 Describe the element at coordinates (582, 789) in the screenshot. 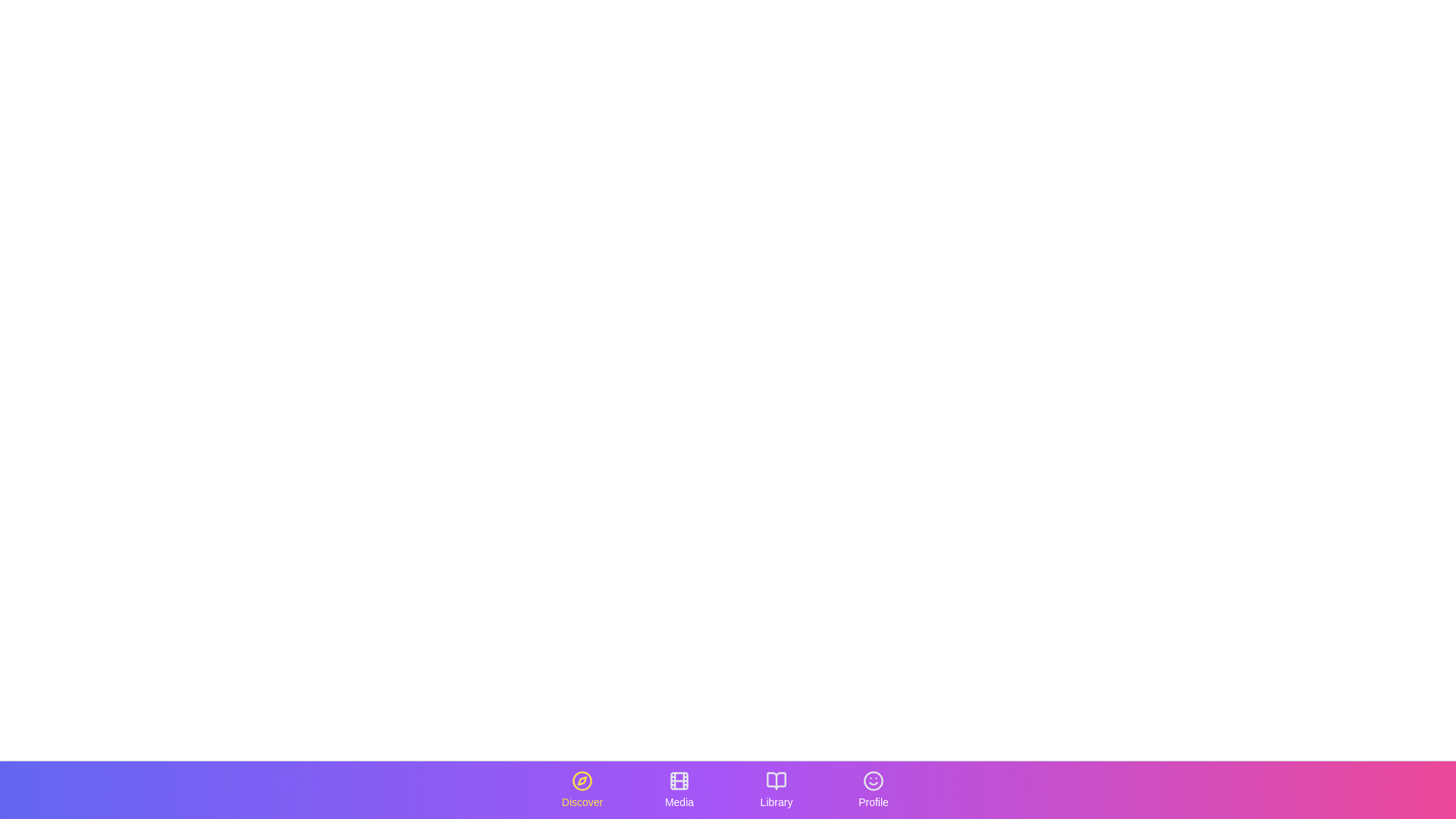

I see `the tab labeled Discover to observe the hover animation effect` at that location.